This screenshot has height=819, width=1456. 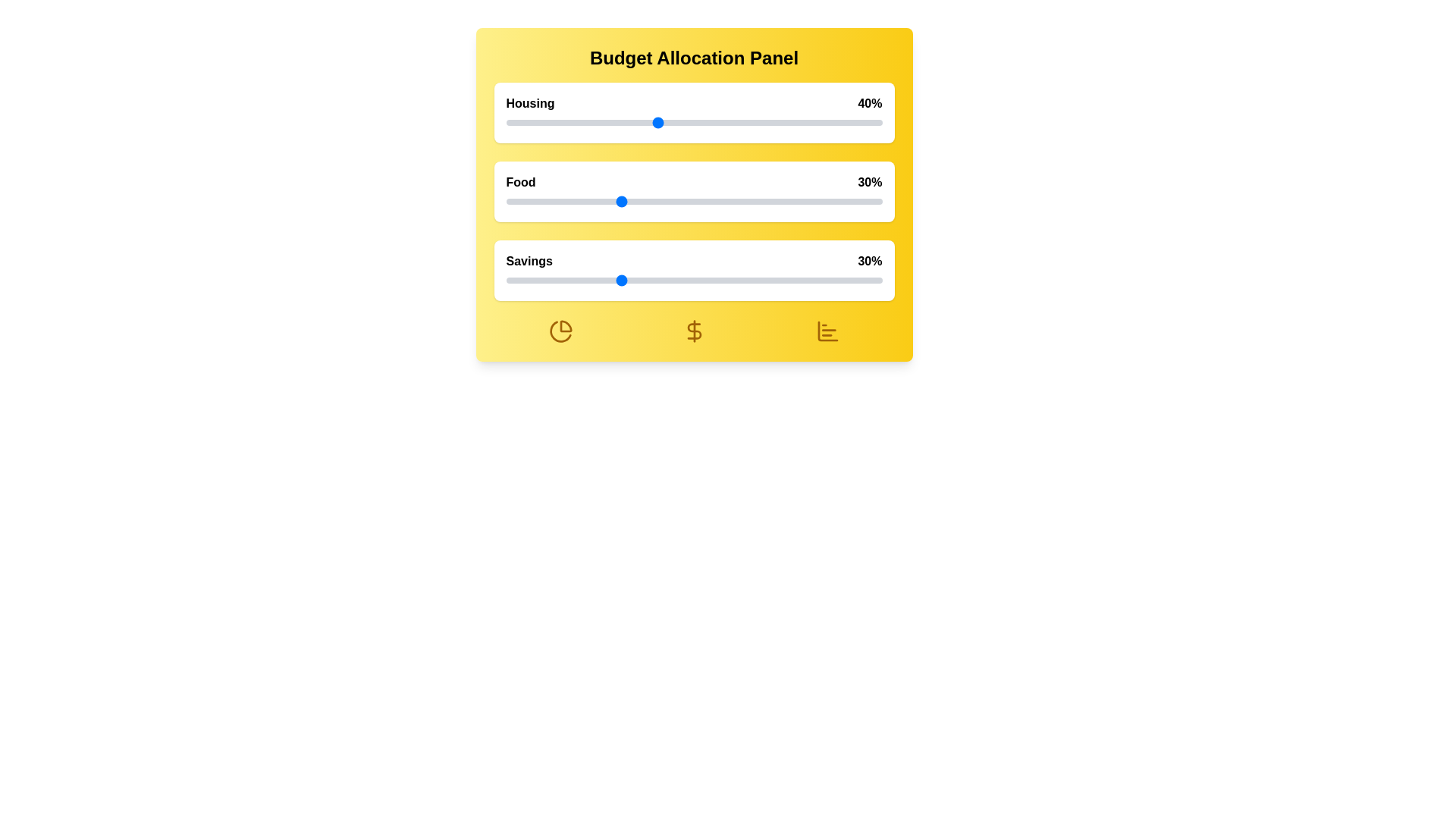 I want to click on the slider, so click(x=701, y=201).